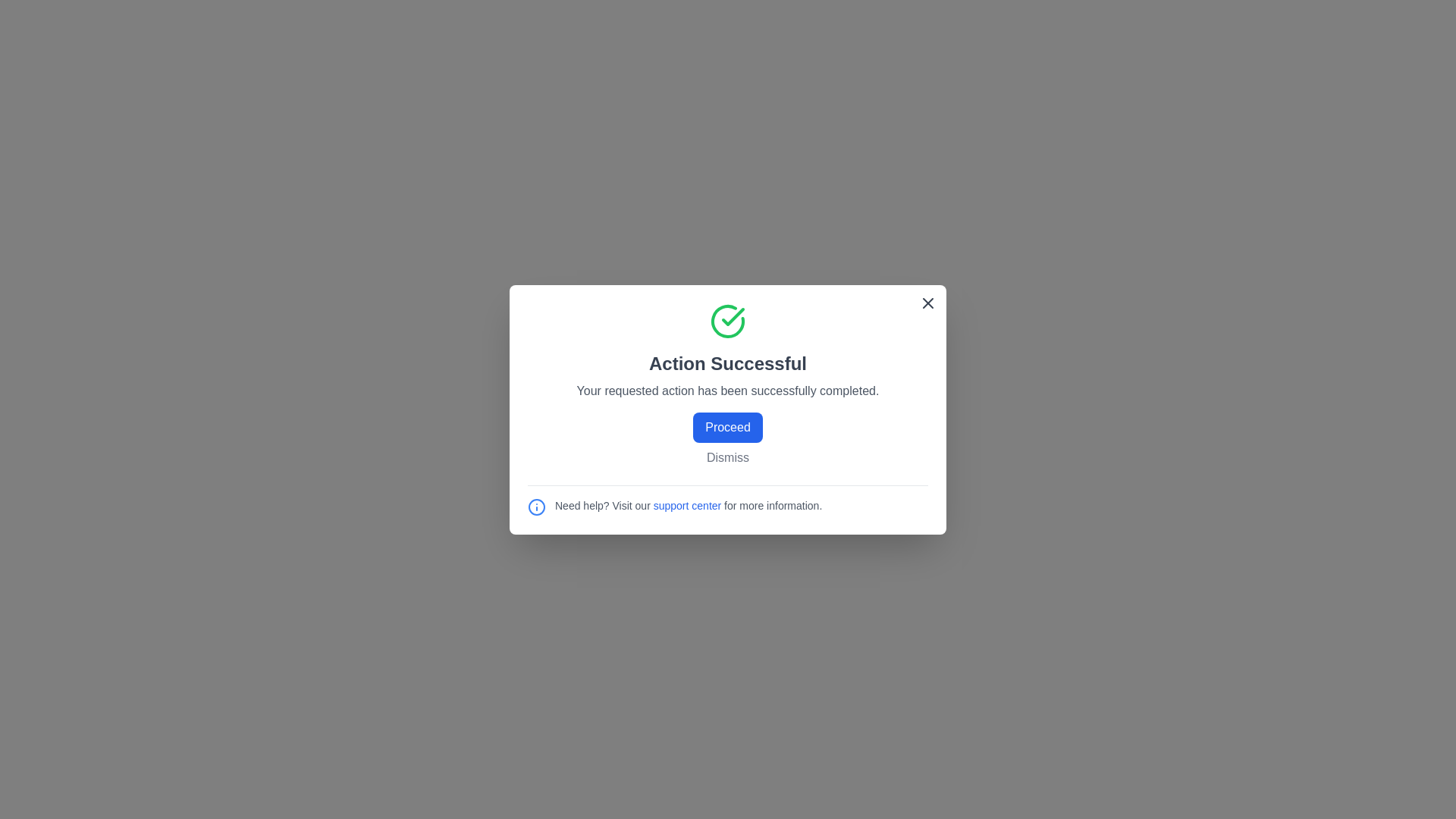 Image resolution: width=1456 pixels, height=819 pixels. What do you see at coordinates (728, 390) in the screenshot?
I see `the static text element that provides feedback for successful action completion, located below the 'Action Successful' header and above the 'Proceed' and 'Dismiss' buttons` at bounding box center [728, 390].